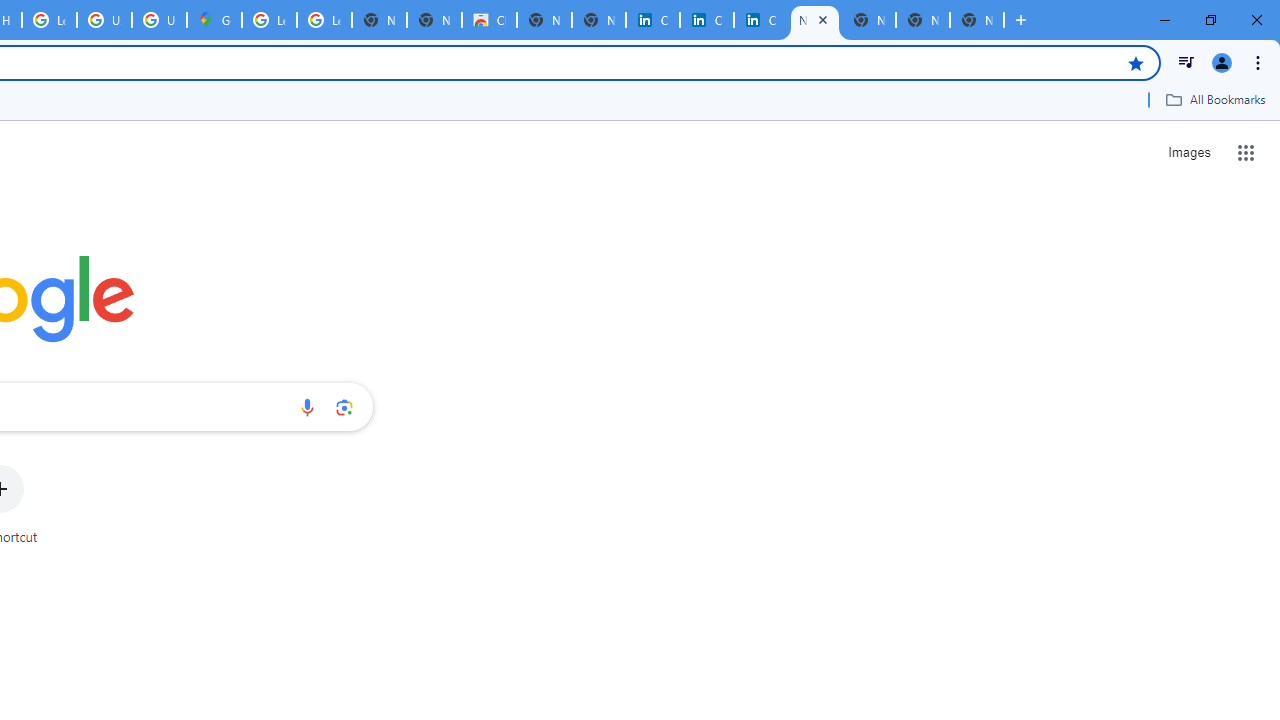 This screenshot has width=1280, height=720. What do you see at coordinates (214, 20) in the screenshot?
I see `'Google Maps'` at bounding box center [214, 20].